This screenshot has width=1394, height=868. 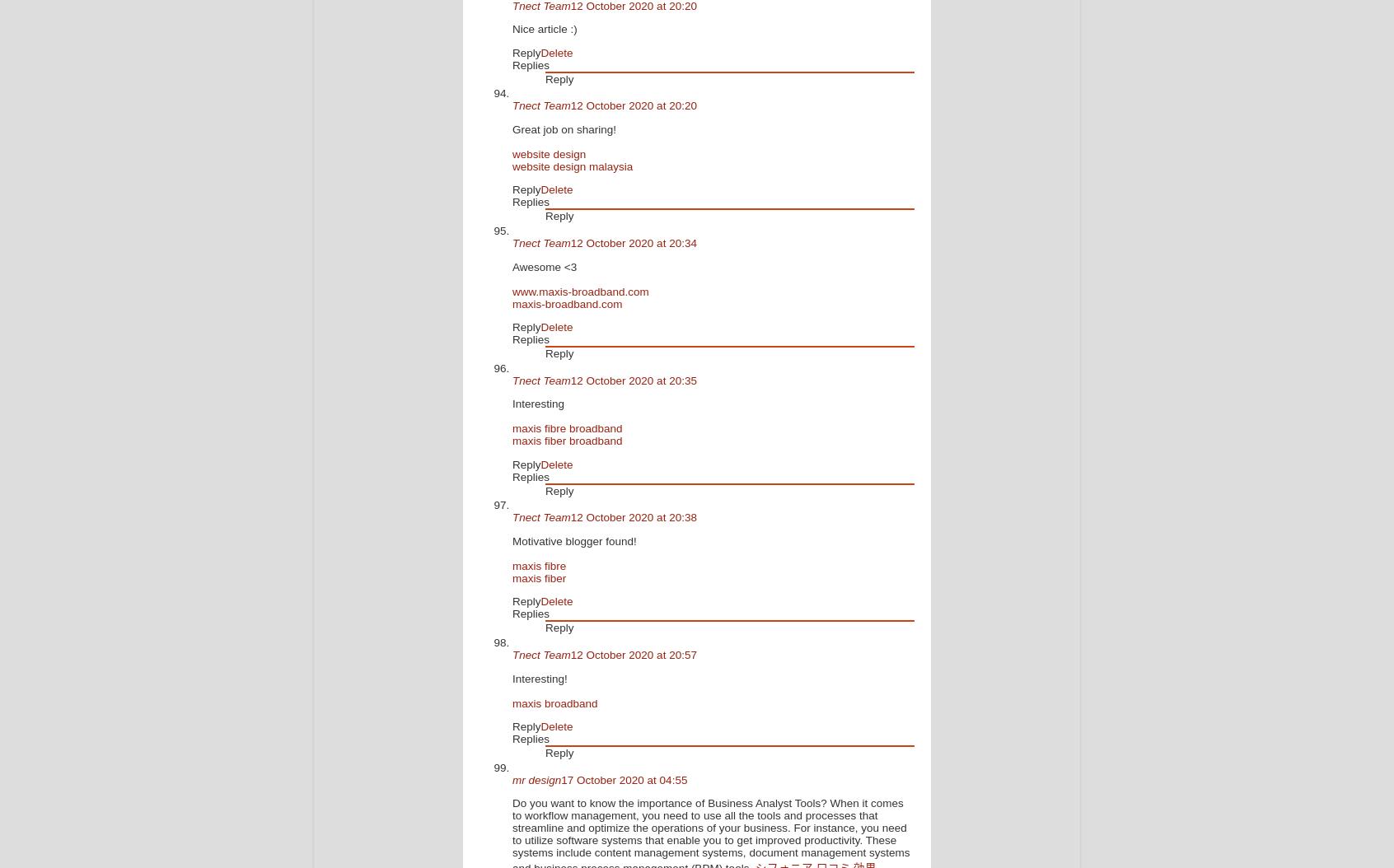 What do you see at coordinates (580, 291) in the screenshot?
I see `'www.maxis-broadband.com'` at bounding box center [580, 291].